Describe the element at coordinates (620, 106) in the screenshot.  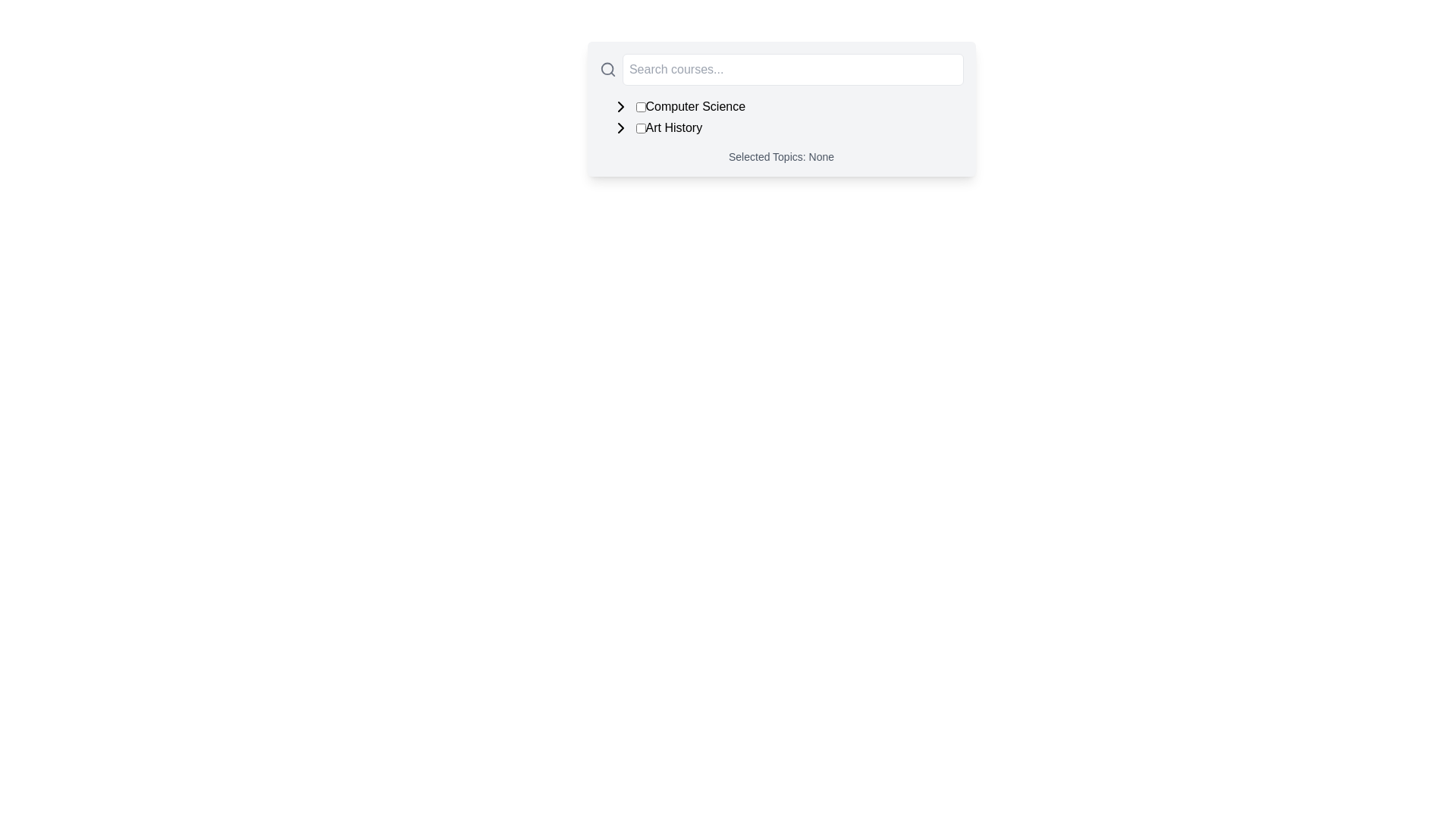
I see `the expandability button located to the left of the 'Computer Science' label` at that location.